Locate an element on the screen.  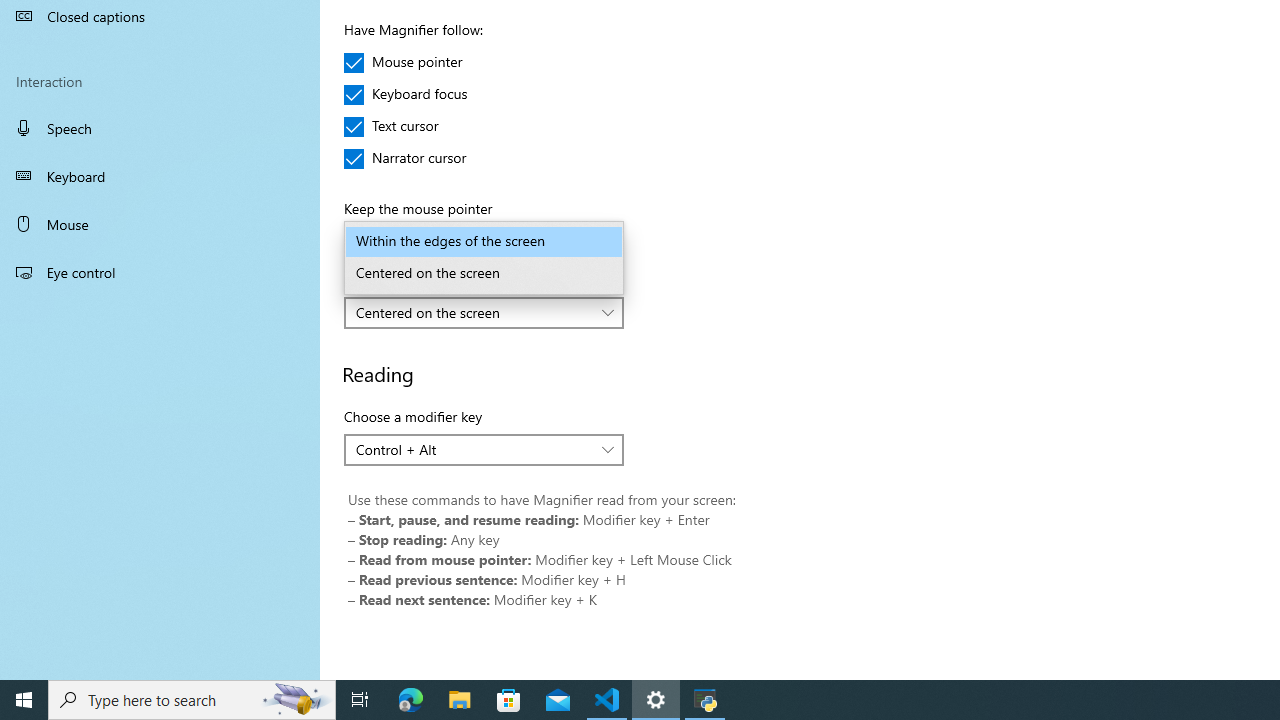
'Mouse' is located at coordinates (160, 223).